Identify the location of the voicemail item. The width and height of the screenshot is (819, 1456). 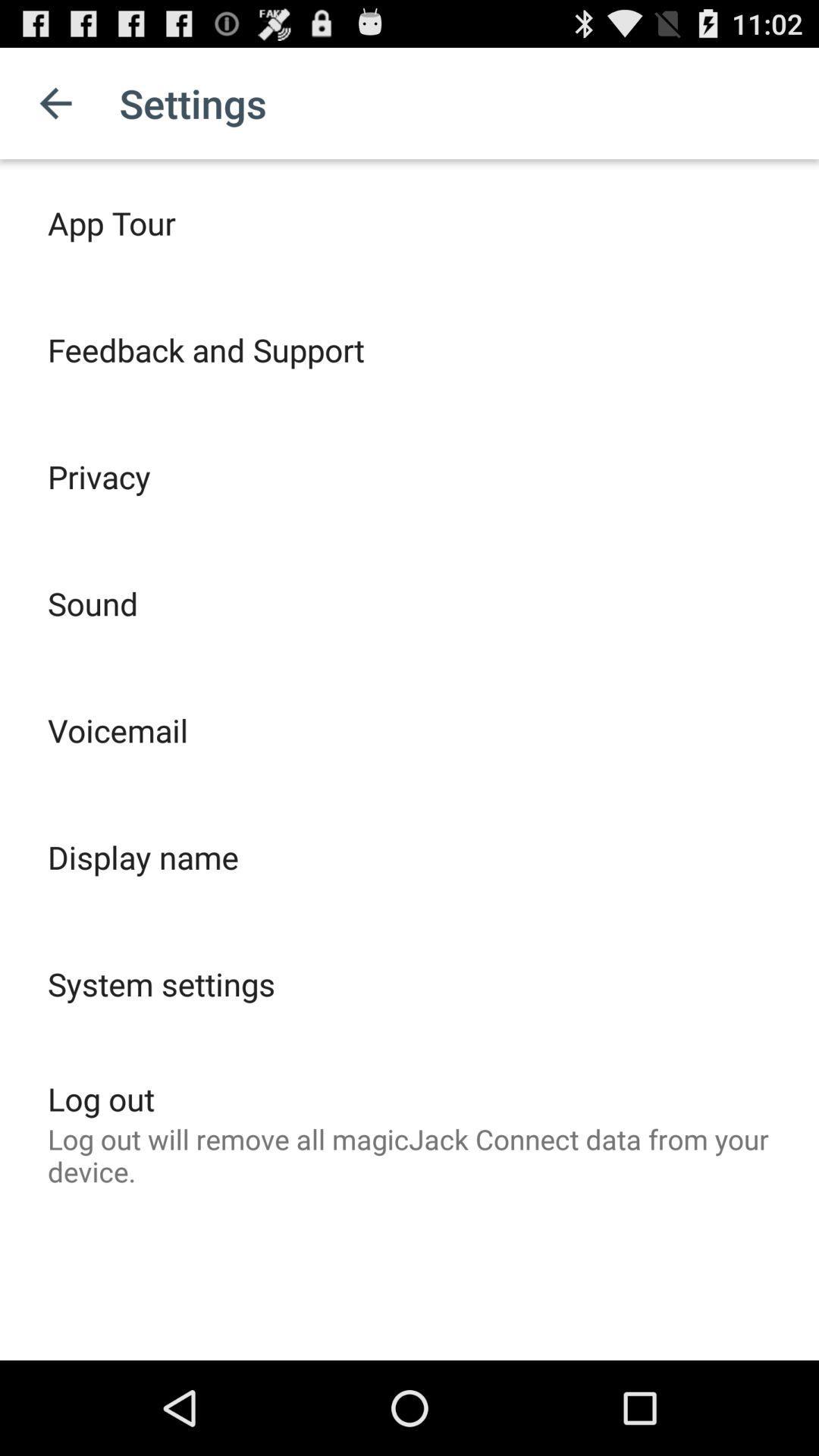
(117, 730).